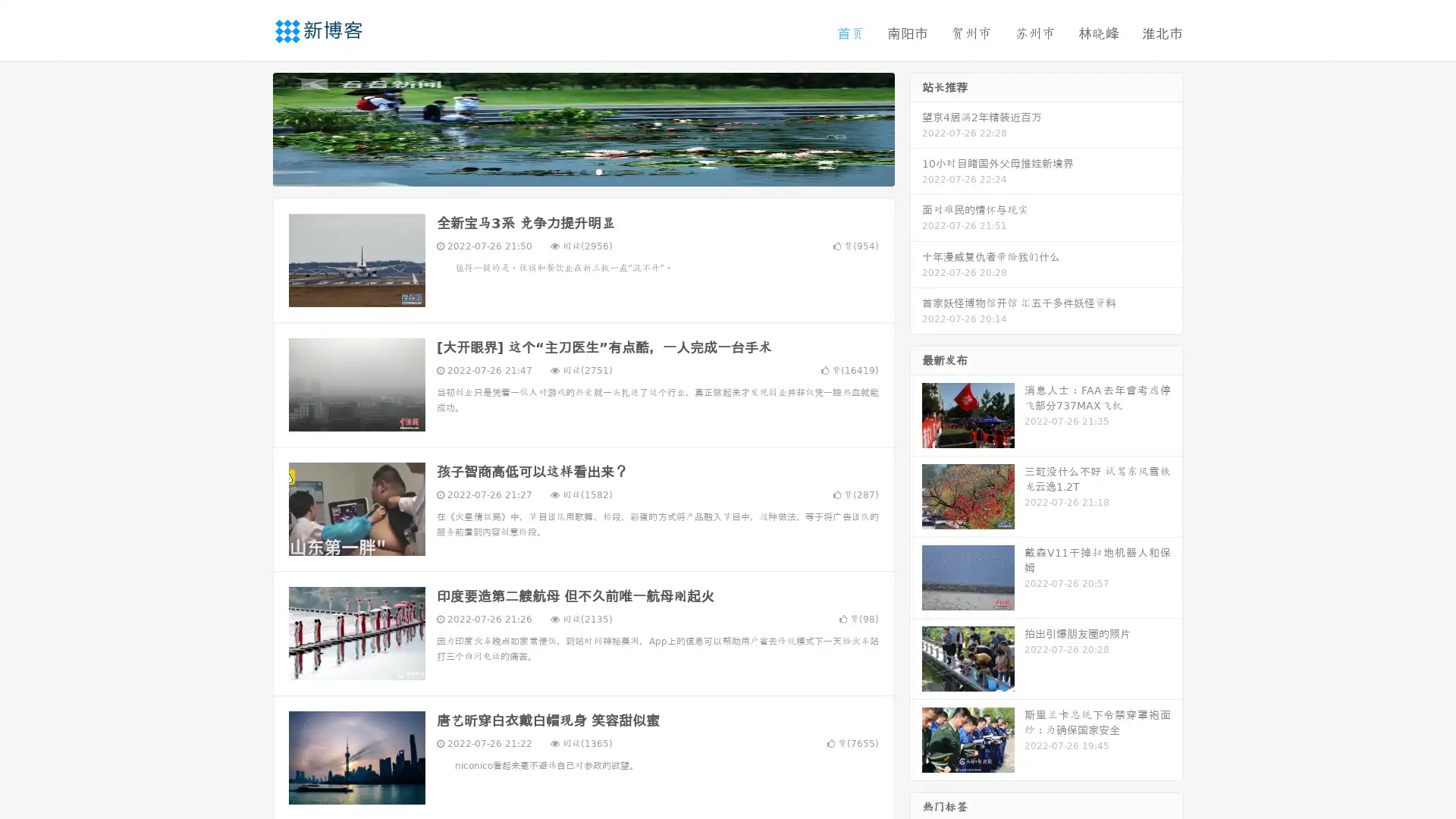 Image resolution: width=1456 pixels, height=819 pixels. Describe the element at coordinates (567, 171) in the screenshot. I see `Go to slide 1` at that location.